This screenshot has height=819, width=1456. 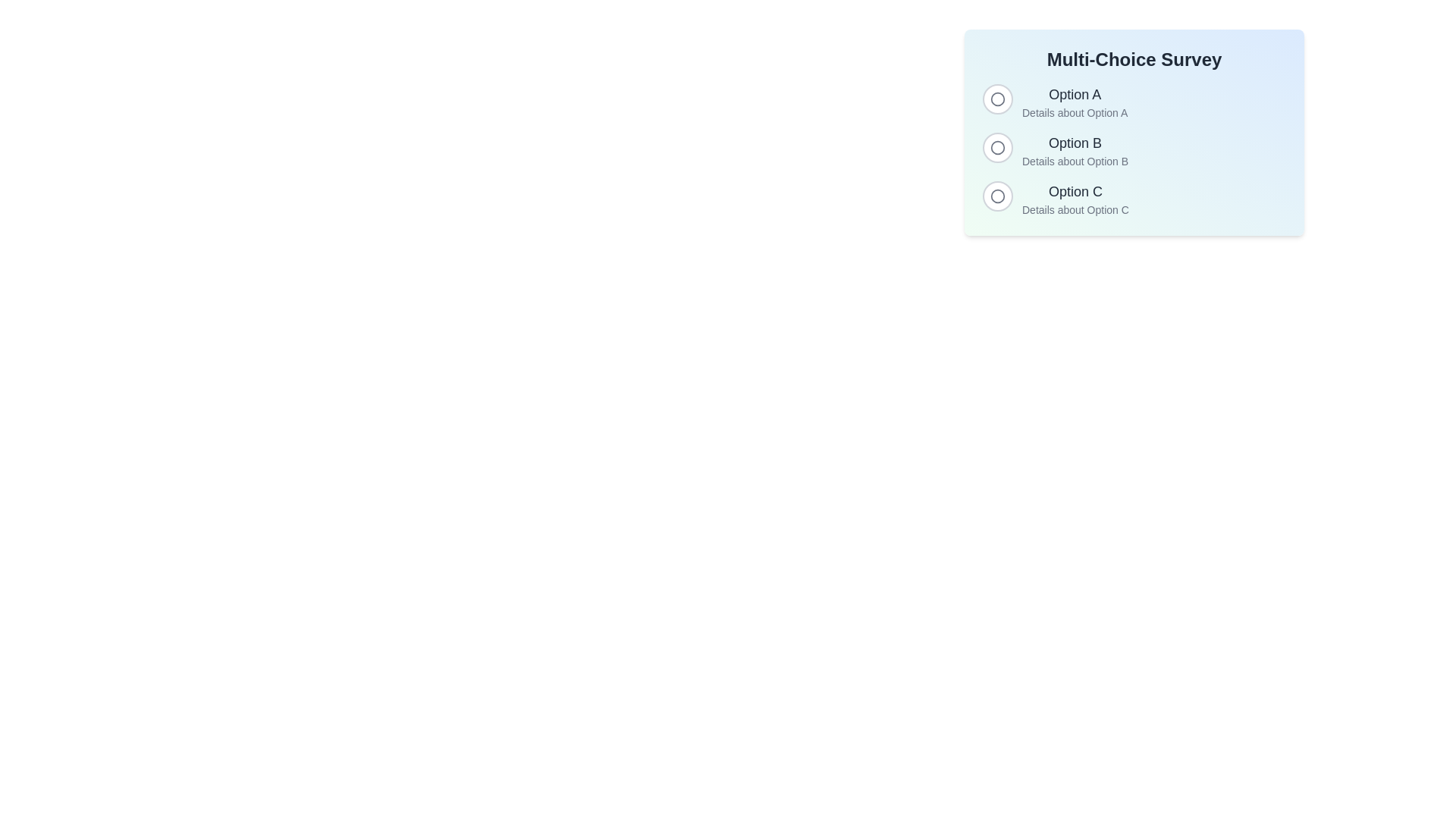 I want to click on the text label displaying 'Option A' and 'Details about Option A', which is the first element in a vertical list under the header 'Multi-Choice Survey', so click(x=1074, y=102).